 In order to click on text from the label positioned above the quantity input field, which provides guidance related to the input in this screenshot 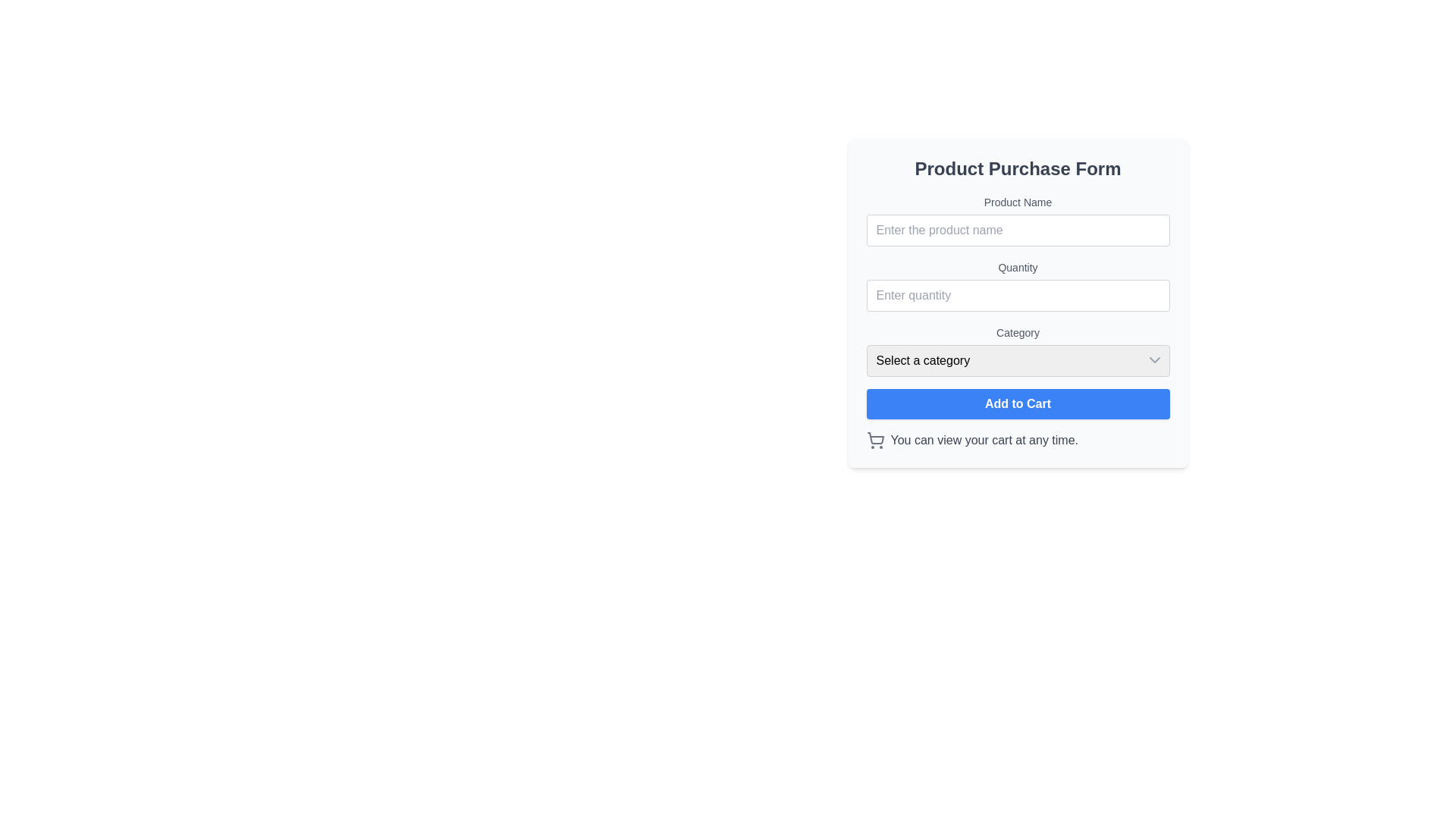, I will do `click(1018, 267)`.